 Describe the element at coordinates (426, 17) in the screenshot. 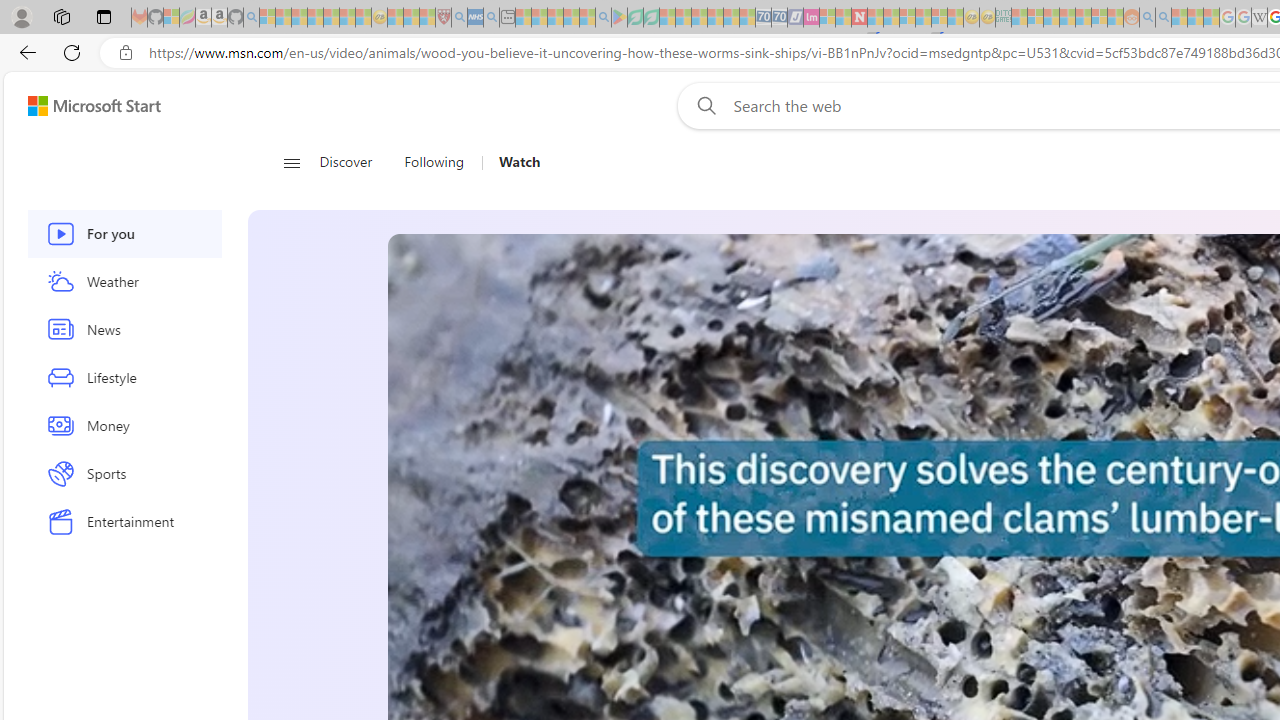

I see `'Local - MSN - Sleeping'` at that location.